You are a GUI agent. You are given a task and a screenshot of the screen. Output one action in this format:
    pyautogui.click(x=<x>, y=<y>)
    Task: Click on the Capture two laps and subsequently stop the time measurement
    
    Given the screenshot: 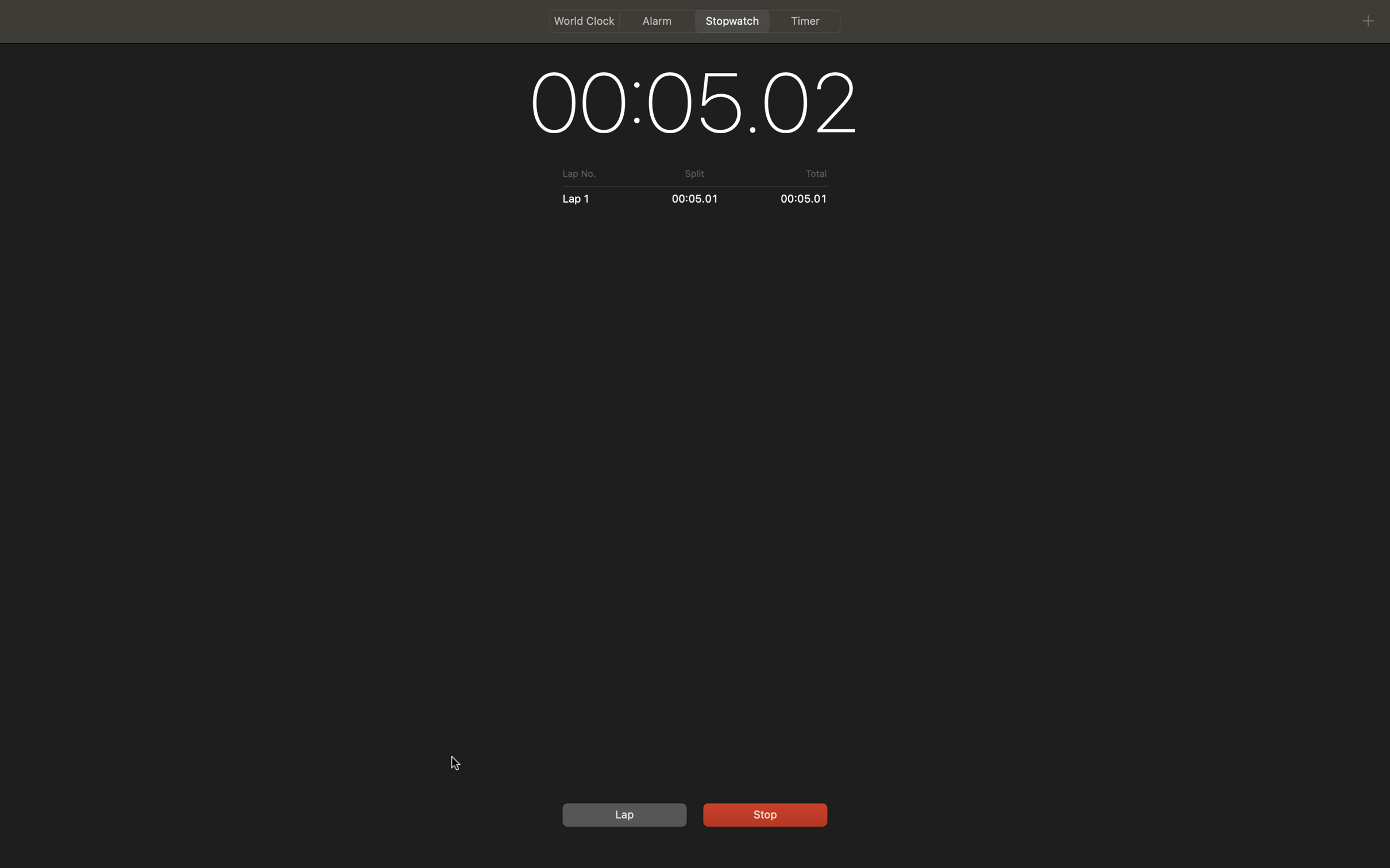 What is the action you would take?
    pyautogui.click(x=622, y=814)
    